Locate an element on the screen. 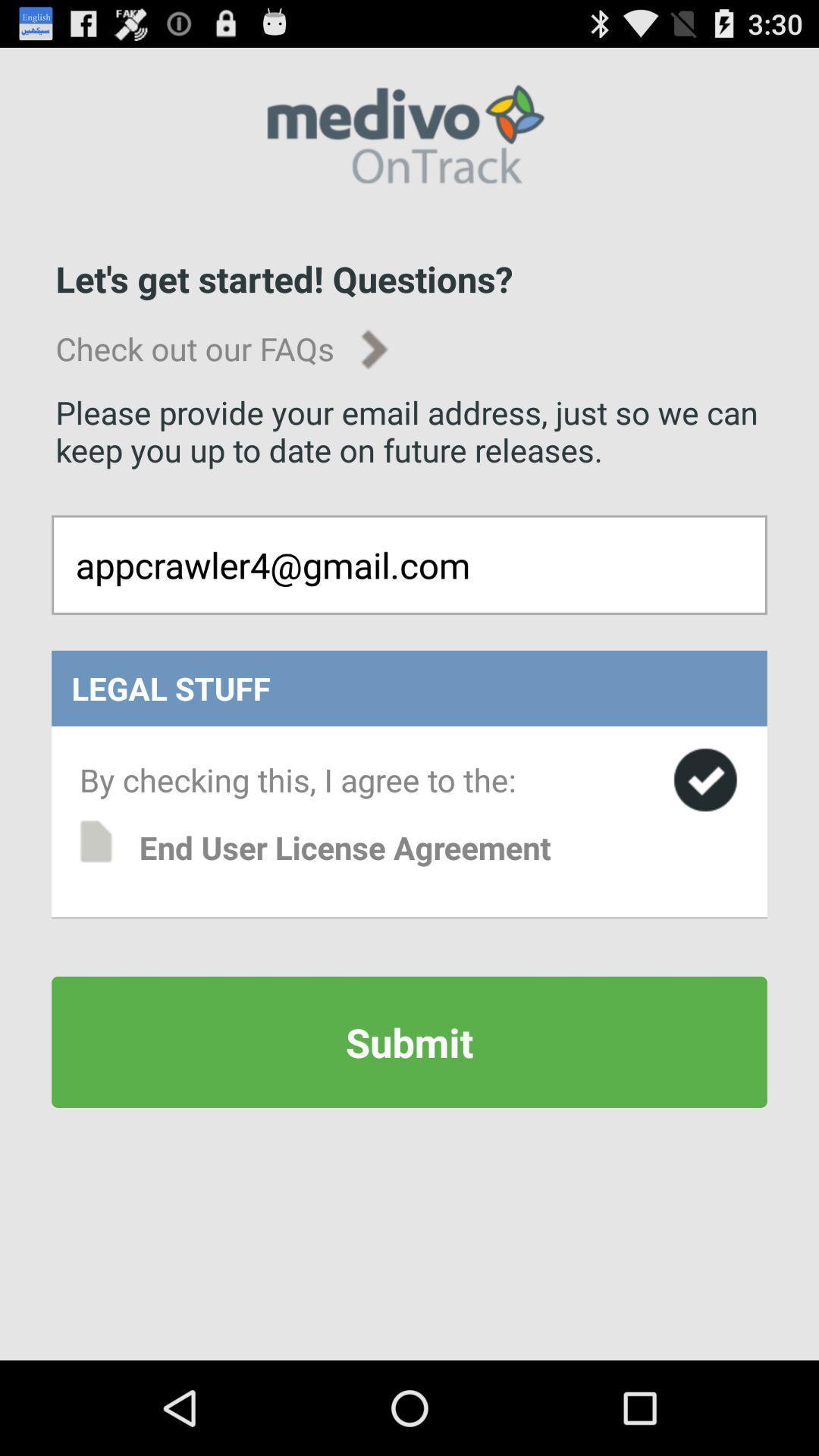 The height and width of the screenshot is (1456, 819). give agreement is located at coordinates (705, 780).